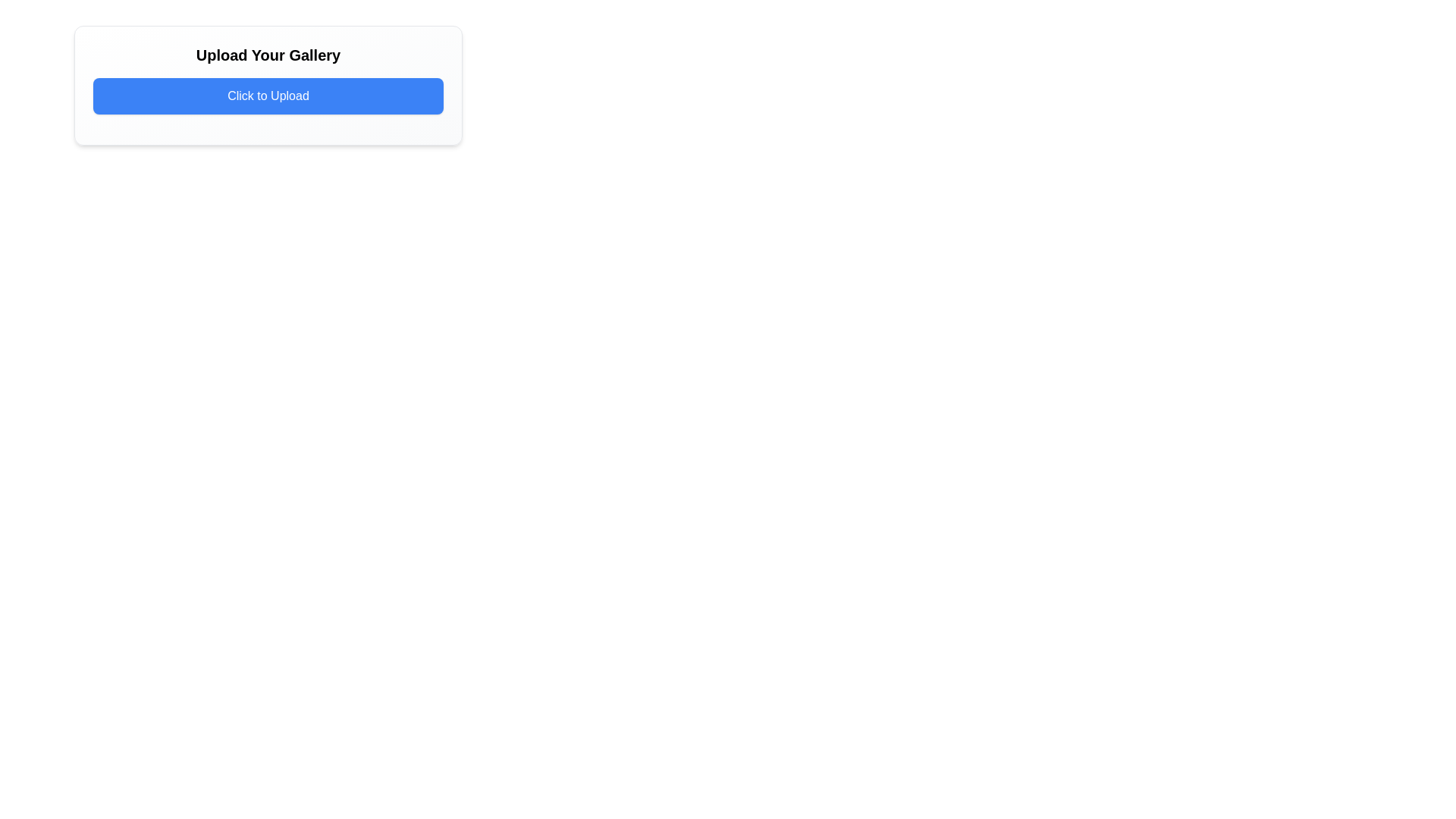 This screenshot has height=819, width=1456. What do you see at coordinates (268, 96) in the screenshot?
I see `the interactive upload button located below the heading 'Upload Your Gallery'` at bounding box center [268, 96].